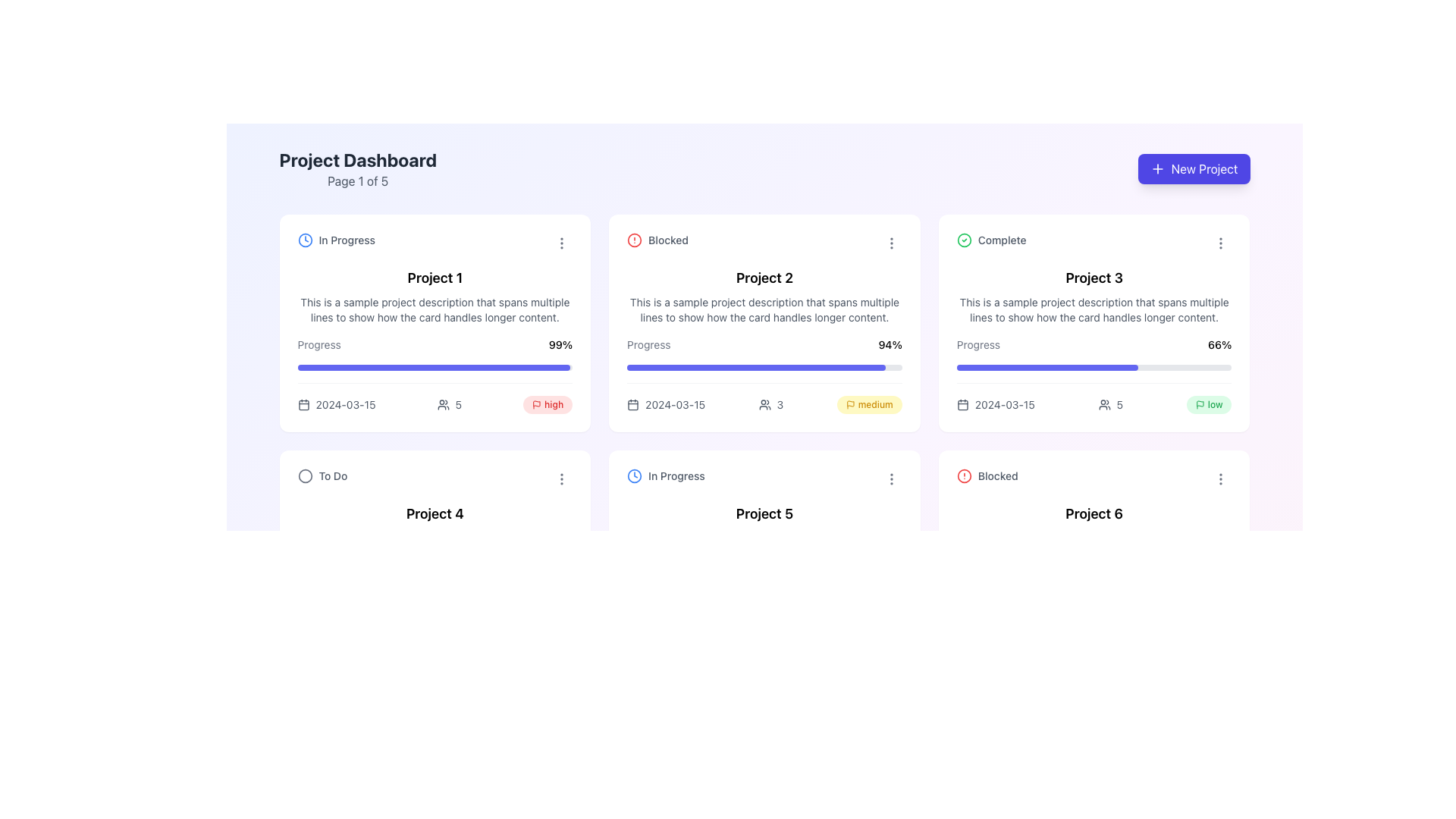  Describe the element at coordinates (676, 475) in the screenshot. I see `the text label displaying 'In Progress' located next to a clock icon in the 'Project 5' card within the 'Project Dashboard' interface` at that location.